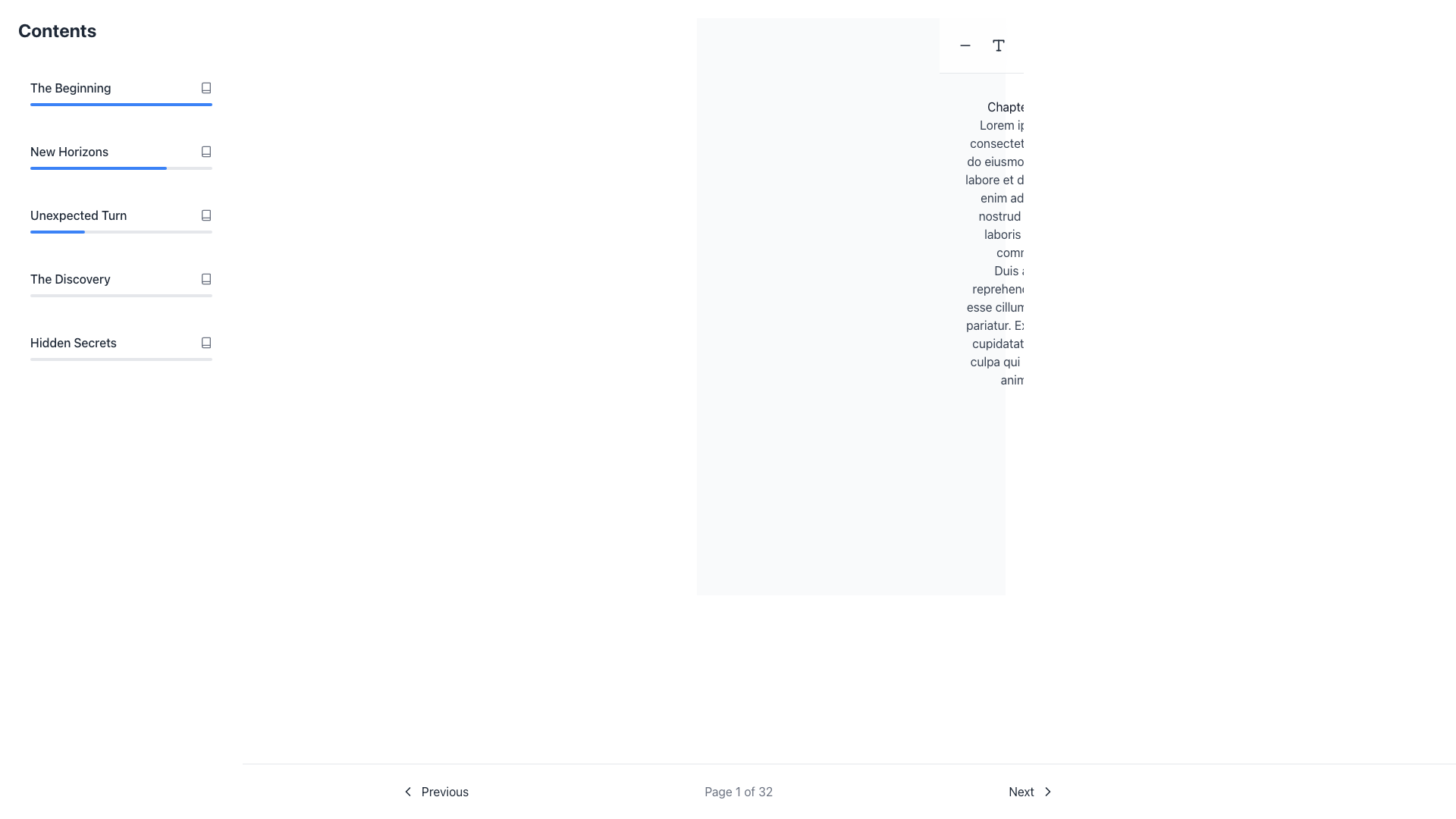 The width and height of the screenshot is (1456, 819). What do you see at coordinates (120, 219) in the screenshot?
I see `the interactive list item labeled 'Unexpected Turn' which includes a book icon and a progress bar indicating 30% progression` at bounding box center [120, 219].